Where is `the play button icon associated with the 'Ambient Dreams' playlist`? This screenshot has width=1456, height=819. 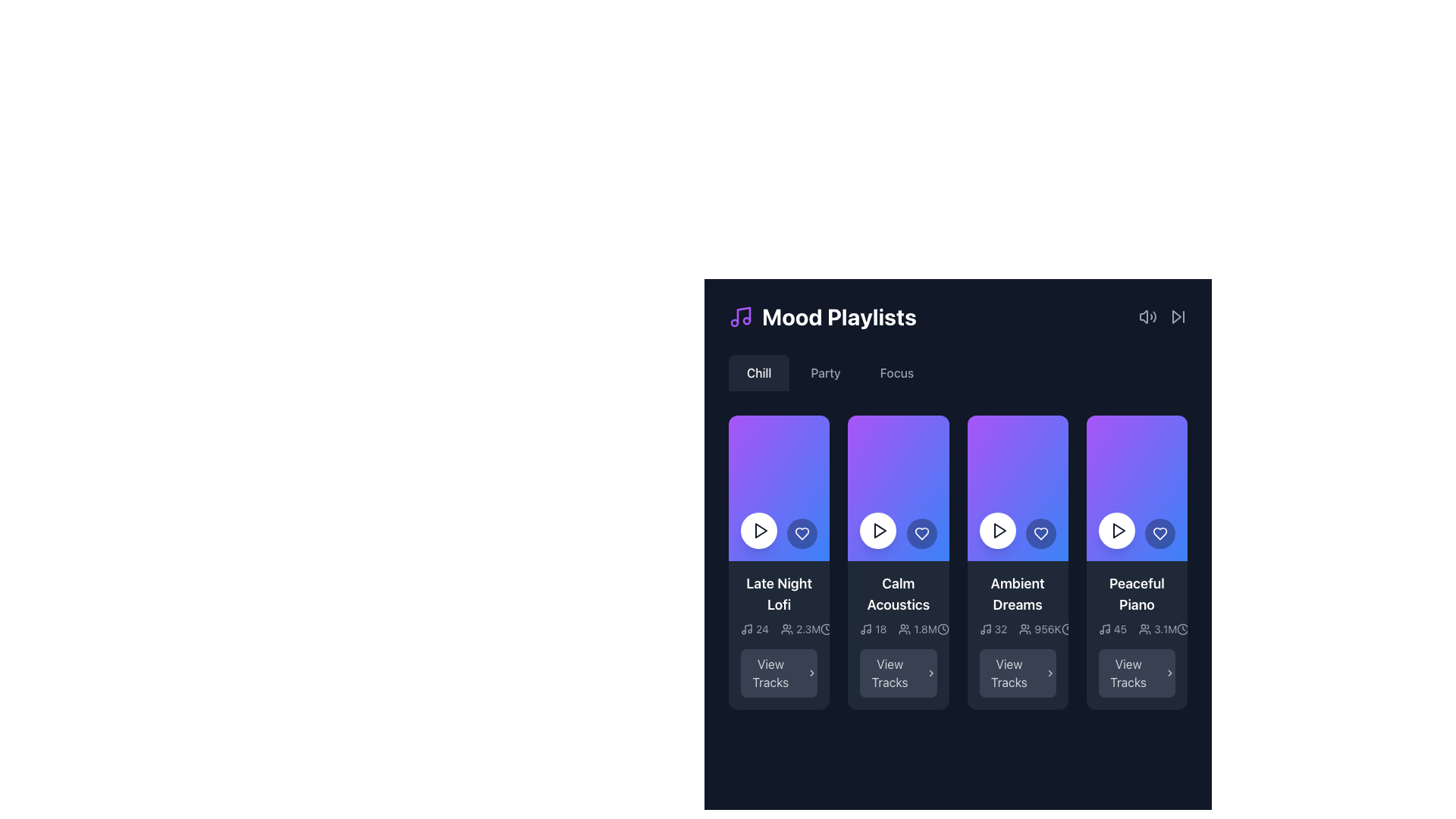 the play button icon associated with the 'Ambient Dreams' playlist is located at coordinates (999, 529).